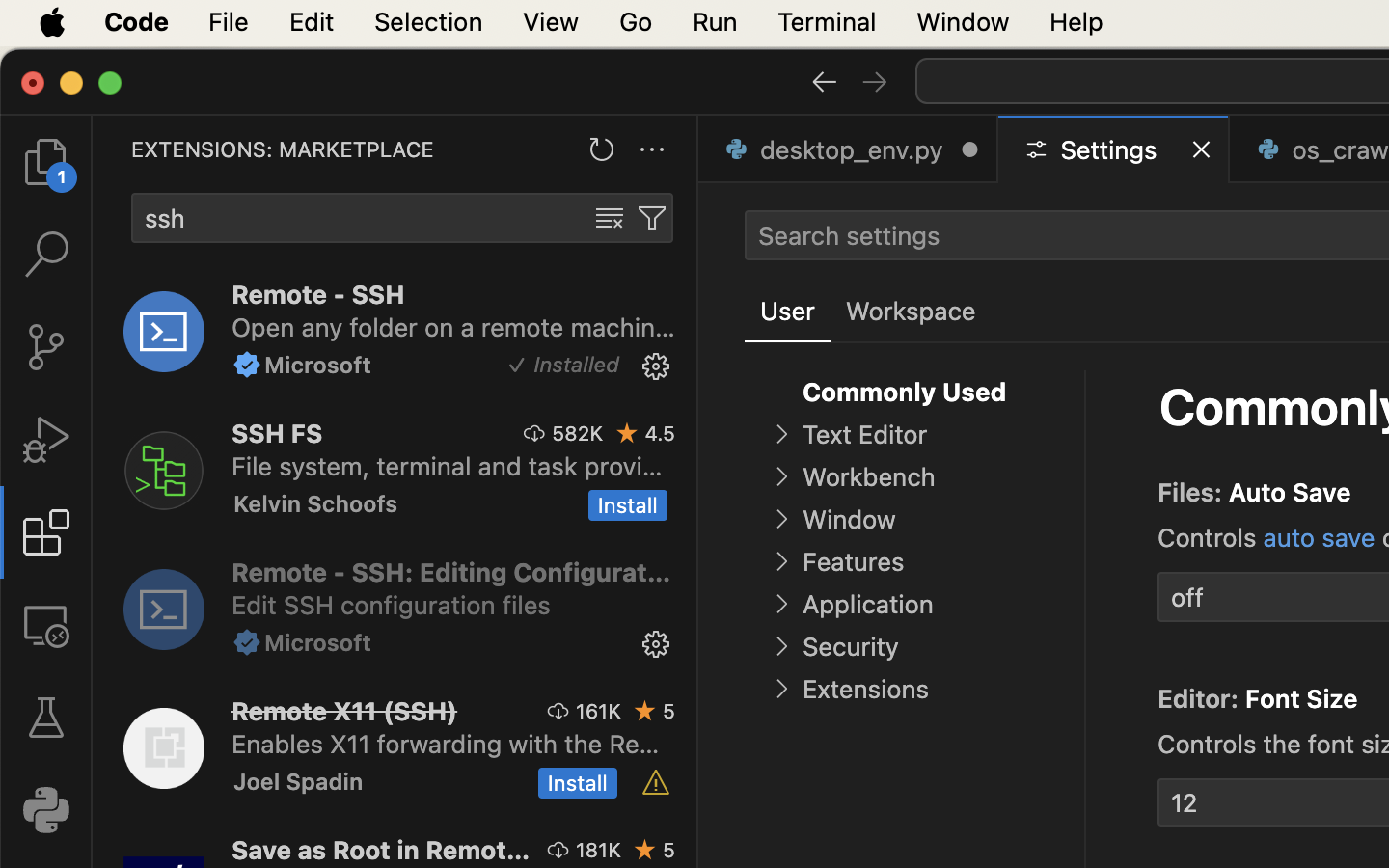  I want to click on '', so click(44, 717).